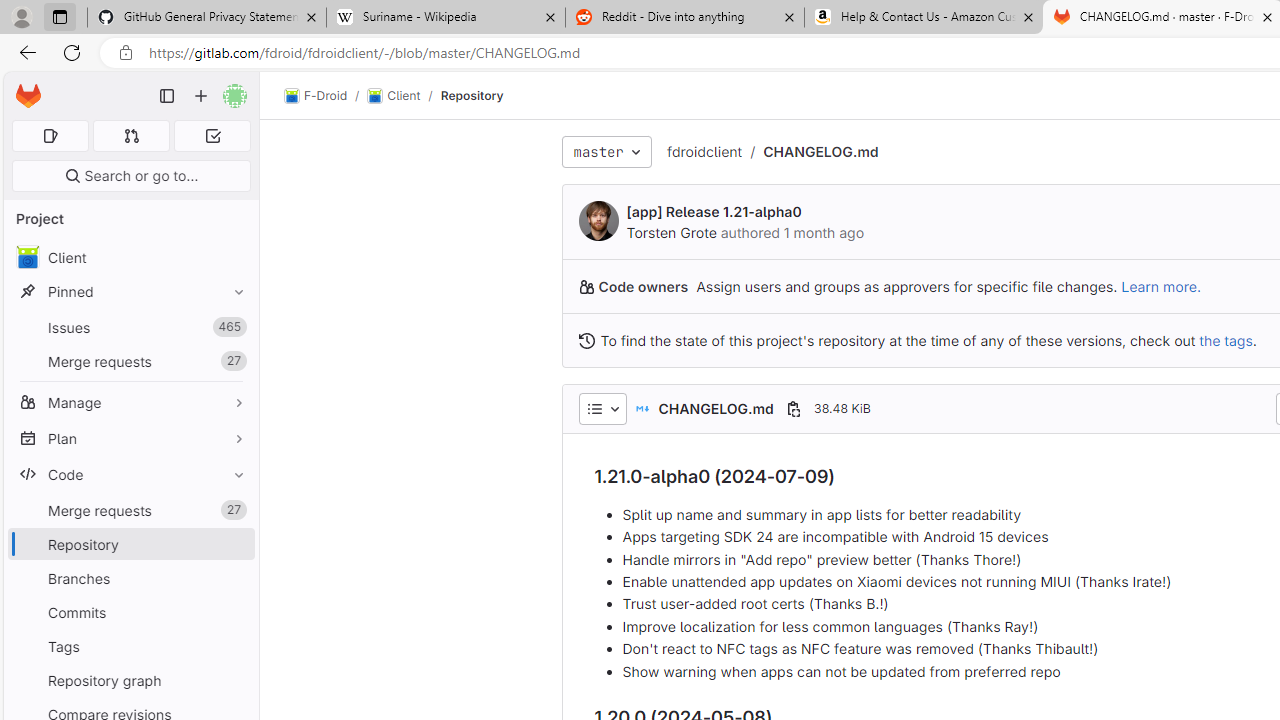  What do you see at coordinates (130, 437) in the screenshot?
I see `'Plan'` at bounding box center [130, 437].